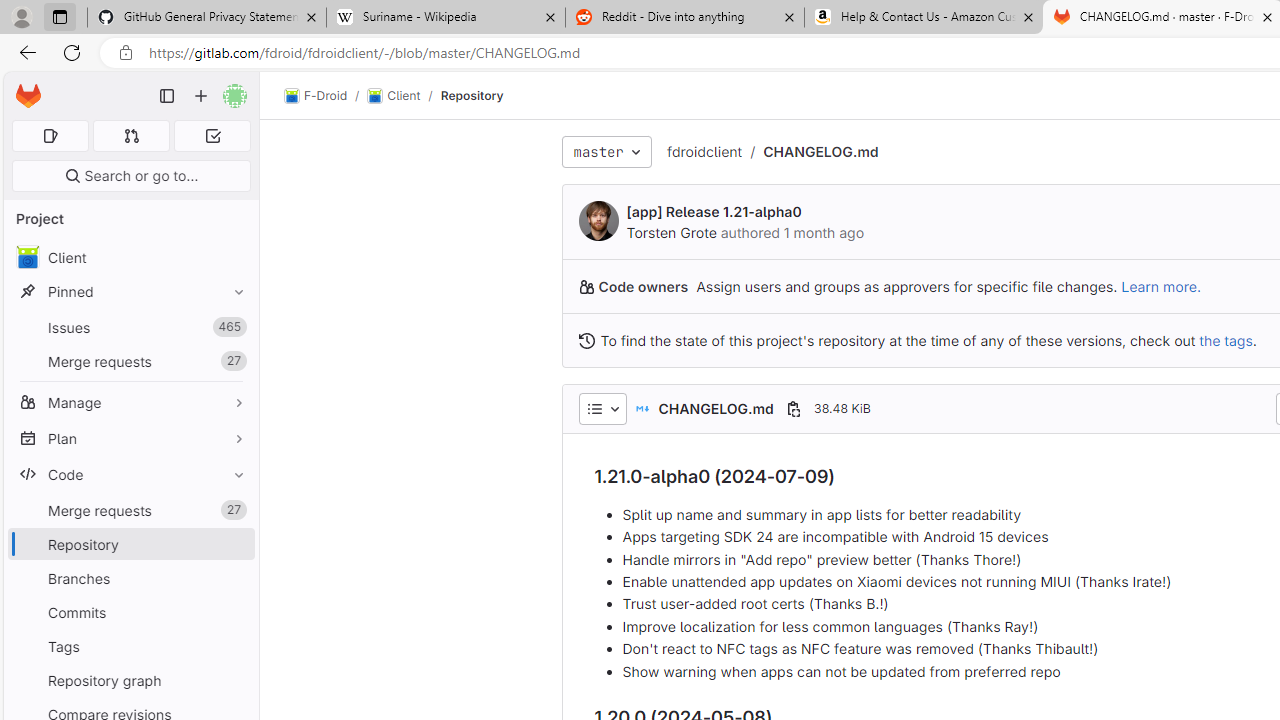  What do you see at coordinates (130, 437) in the screenshot?
I see `'Plan'` at bounding box center [130, 437].